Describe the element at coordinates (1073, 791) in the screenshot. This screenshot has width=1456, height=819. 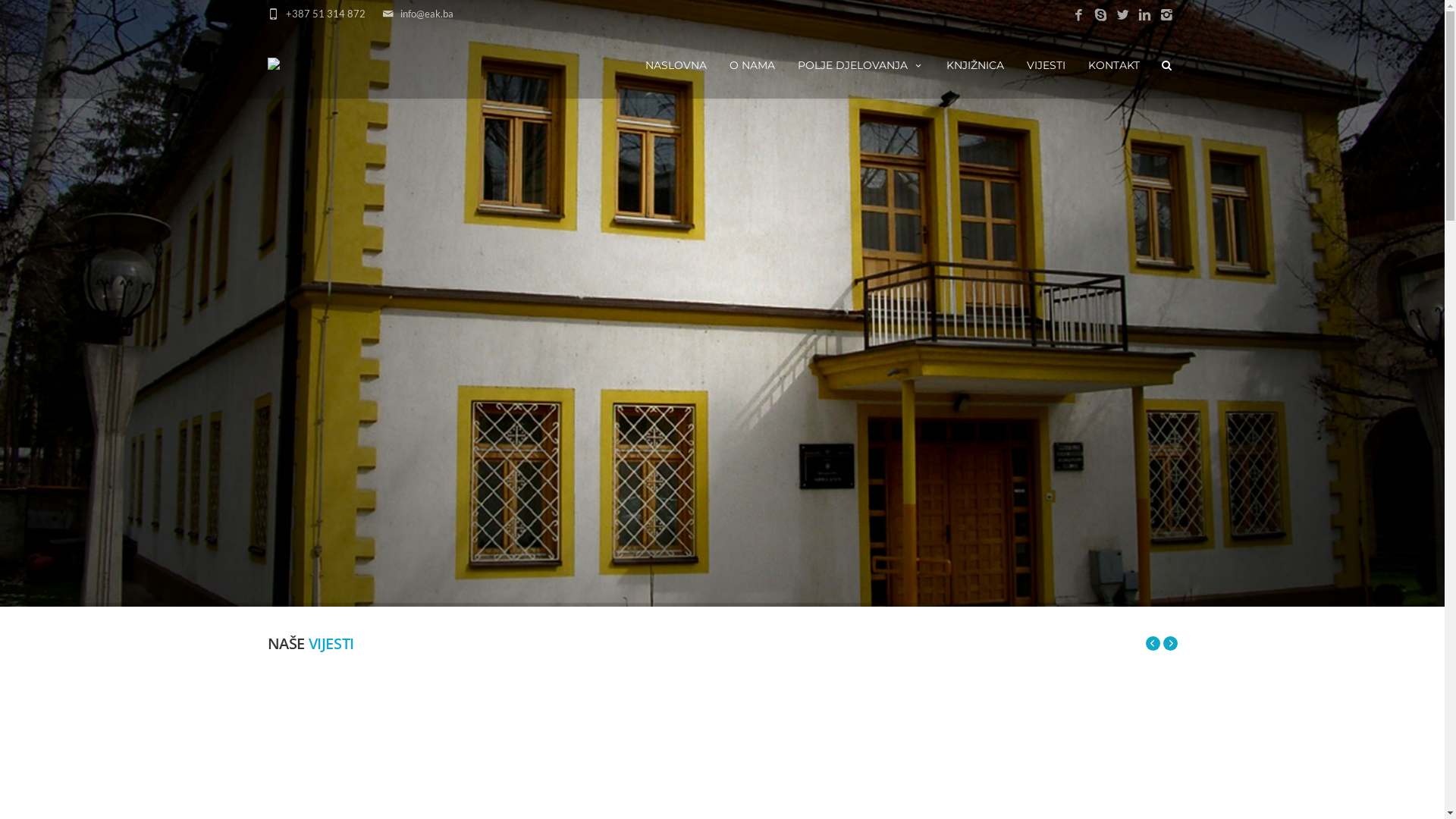
I see `'Pinterest'` at that location.